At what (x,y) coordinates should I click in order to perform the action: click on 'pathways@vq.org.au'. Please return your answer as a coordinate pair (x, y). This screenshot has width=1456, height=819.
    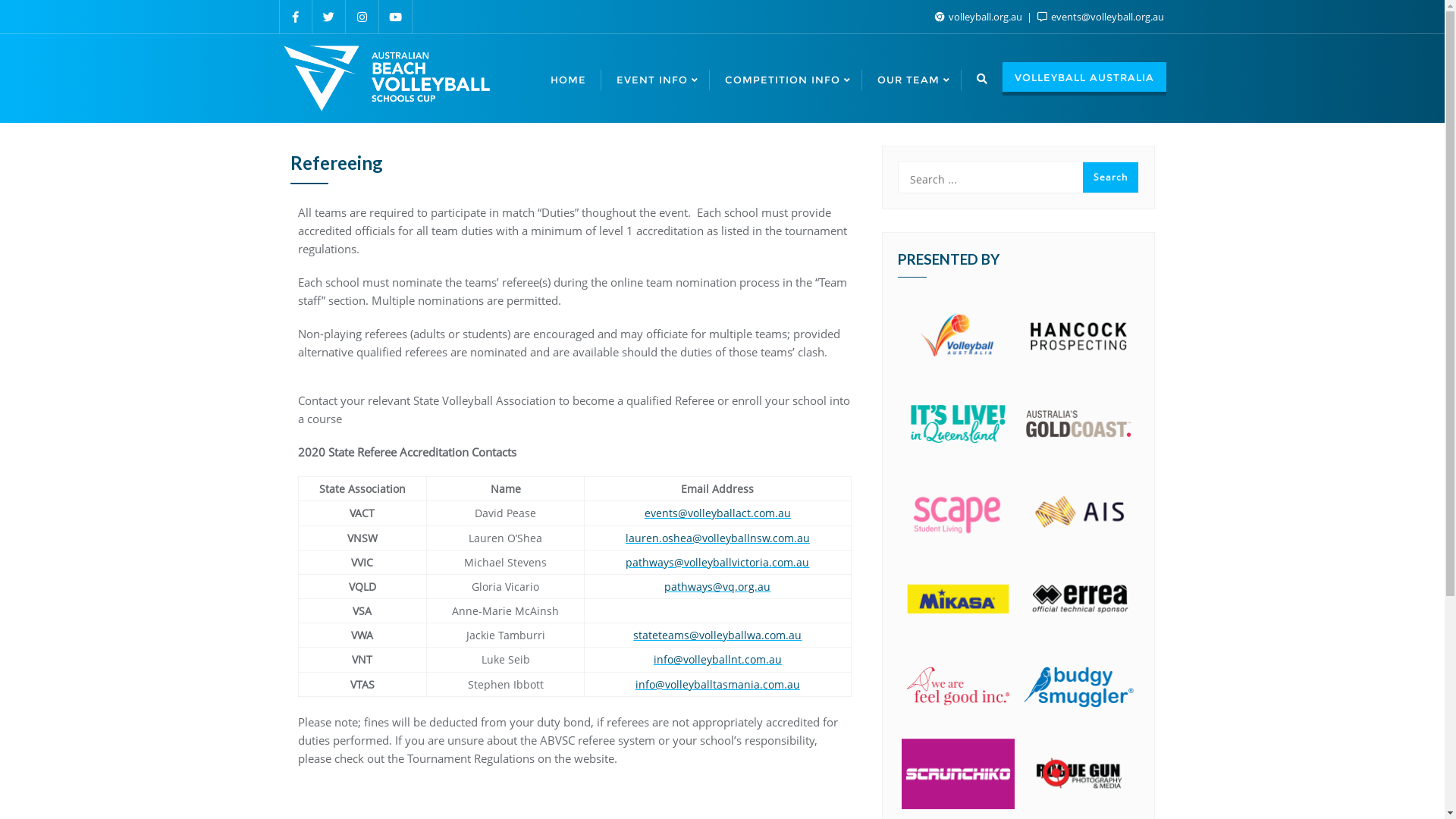
    Looking at the image, I should click on (716, 585).